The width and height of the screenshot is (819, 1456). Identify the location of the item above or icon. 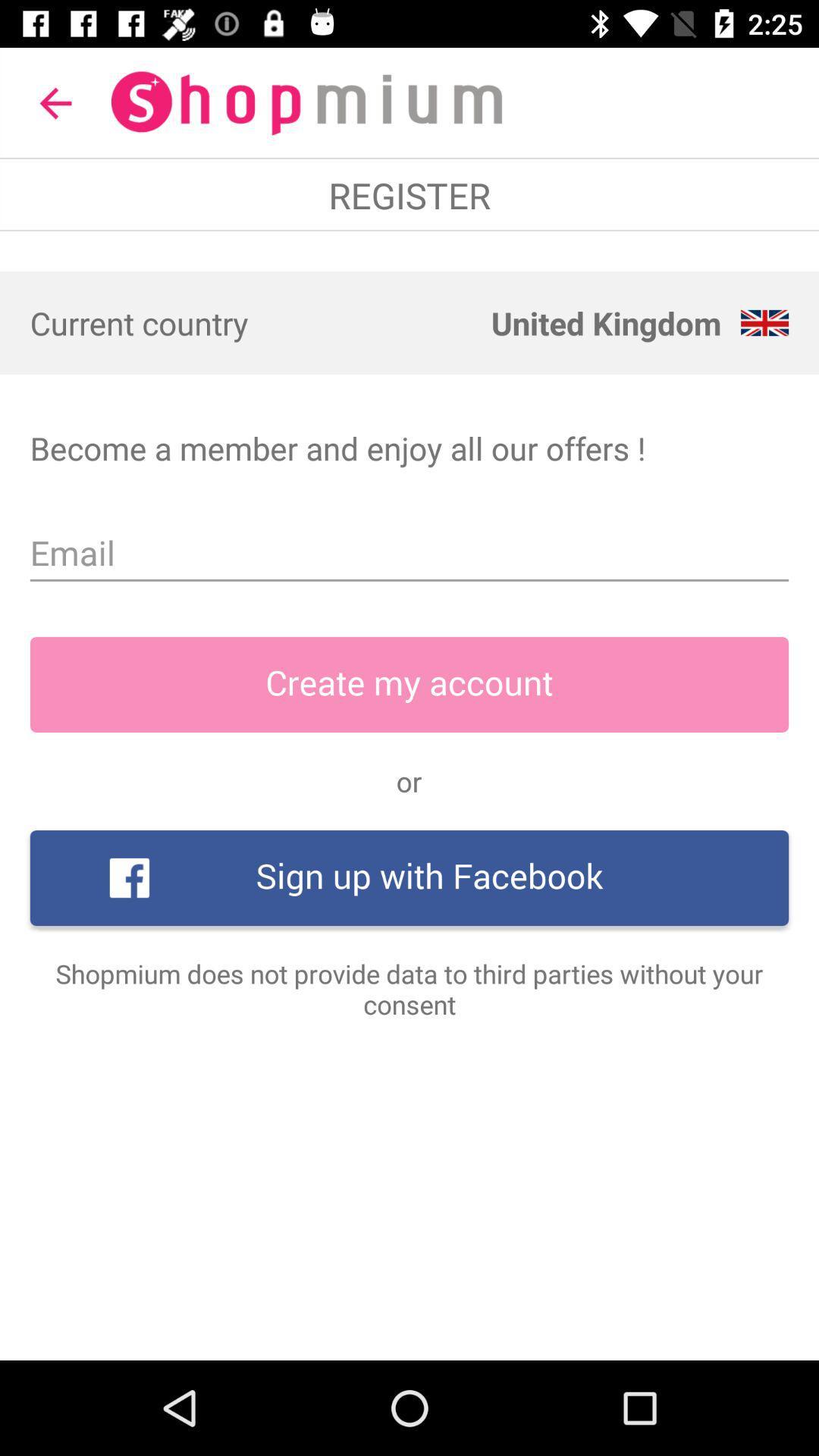
(409, 683).